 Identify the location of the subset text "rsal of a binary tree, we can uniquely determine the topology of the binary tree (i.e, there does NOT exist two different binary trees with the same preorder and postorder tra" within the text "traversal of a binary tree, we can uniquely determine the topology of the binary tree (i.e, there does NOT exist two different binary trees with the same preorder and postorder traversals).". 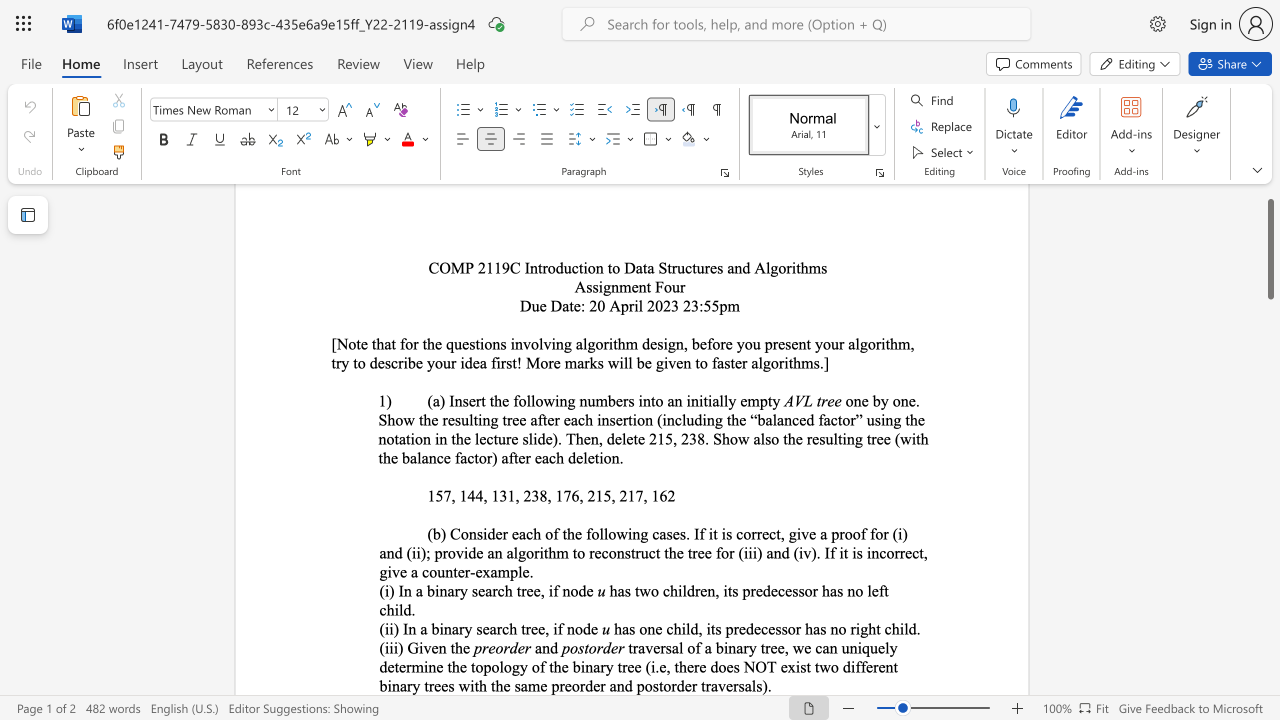
(660, 648).